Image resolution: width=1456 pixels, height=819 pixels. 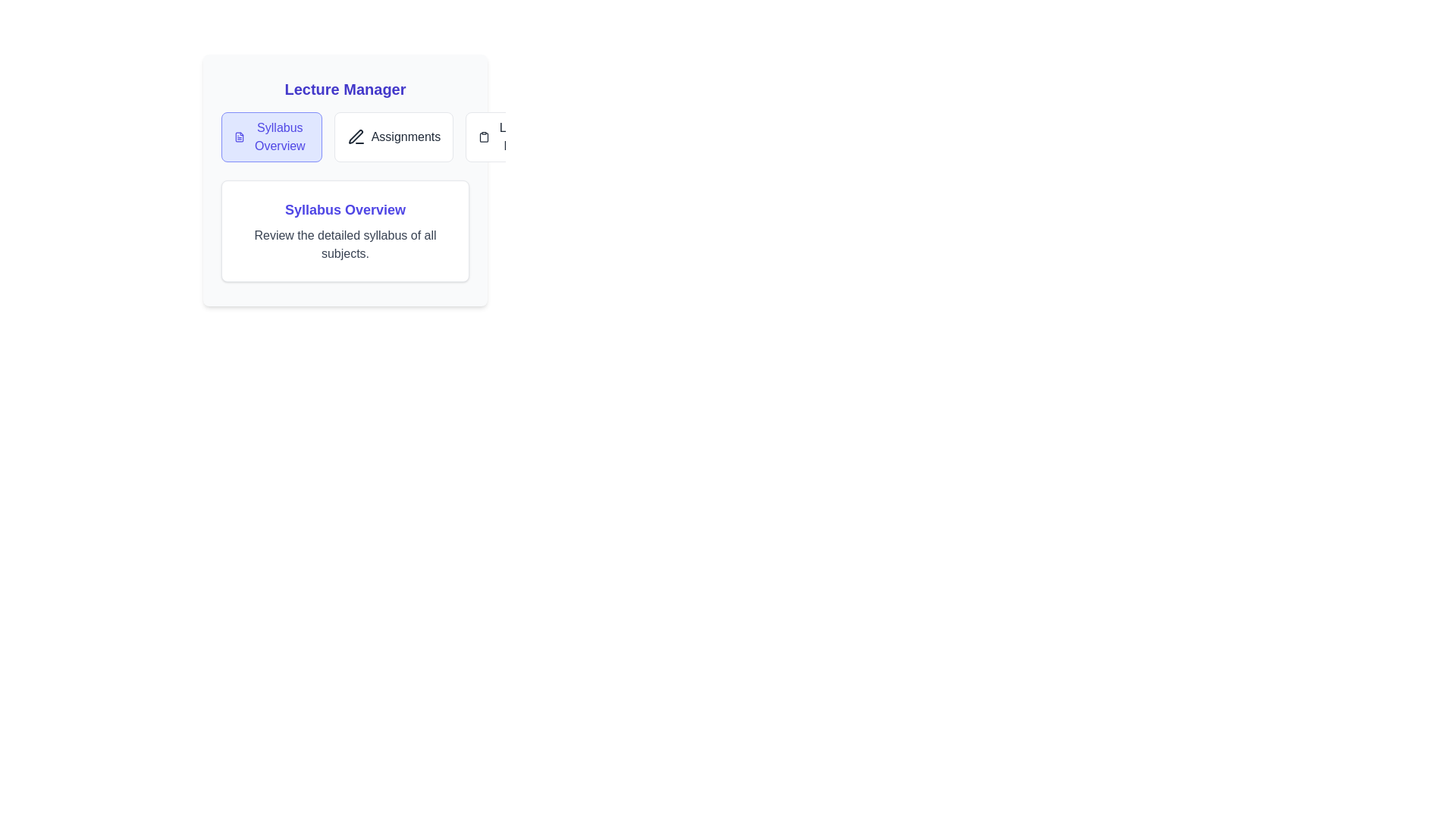 What do you see at coordinates (344, 244) in the screenshot?
I see `the text element that informs users about the syllabus overview, located in a white card below the title 'Syllabus Overview'` at bounding box center [344, 244].